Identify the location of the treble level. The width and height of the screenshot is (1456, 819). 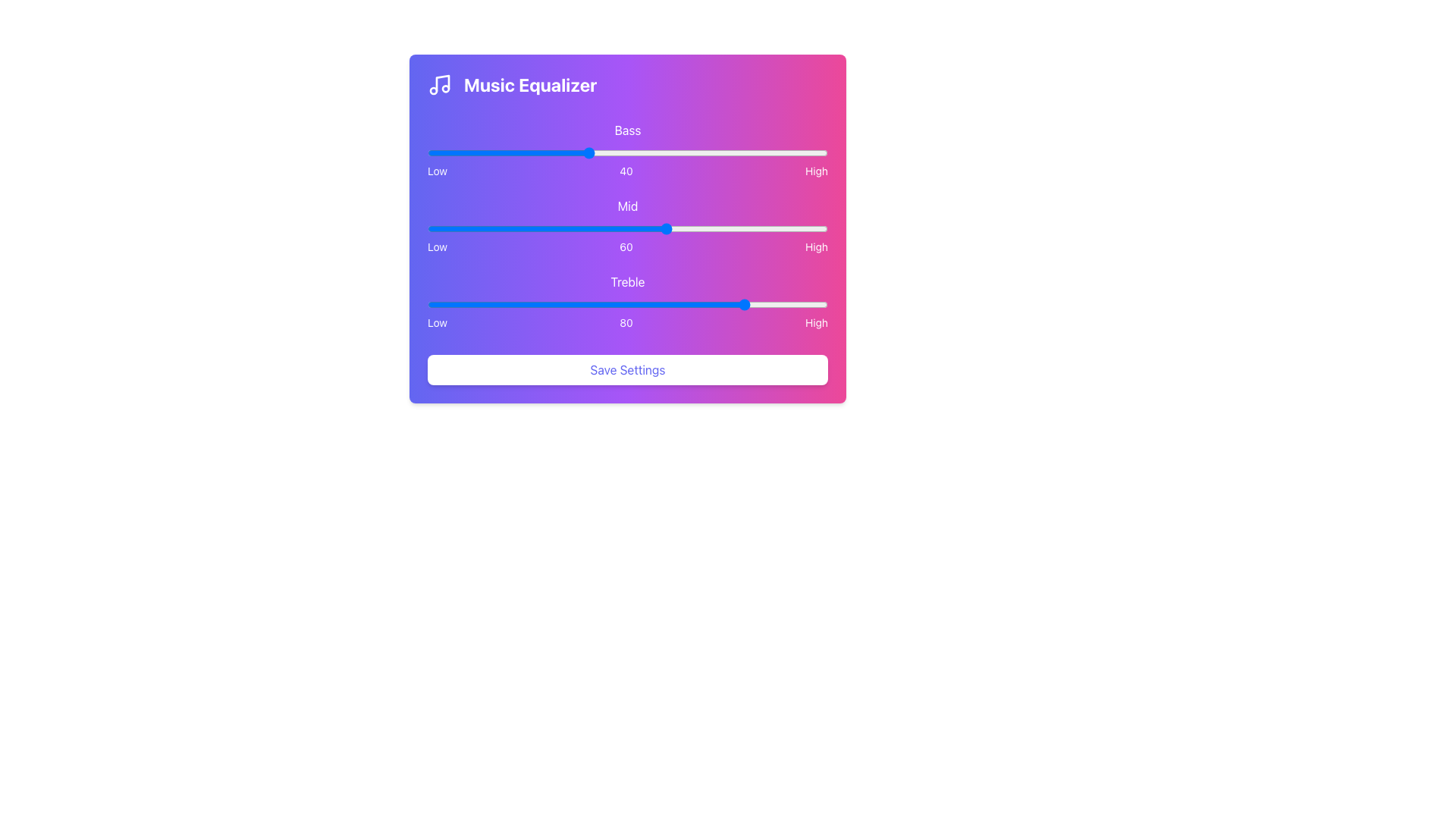
(752, 304).